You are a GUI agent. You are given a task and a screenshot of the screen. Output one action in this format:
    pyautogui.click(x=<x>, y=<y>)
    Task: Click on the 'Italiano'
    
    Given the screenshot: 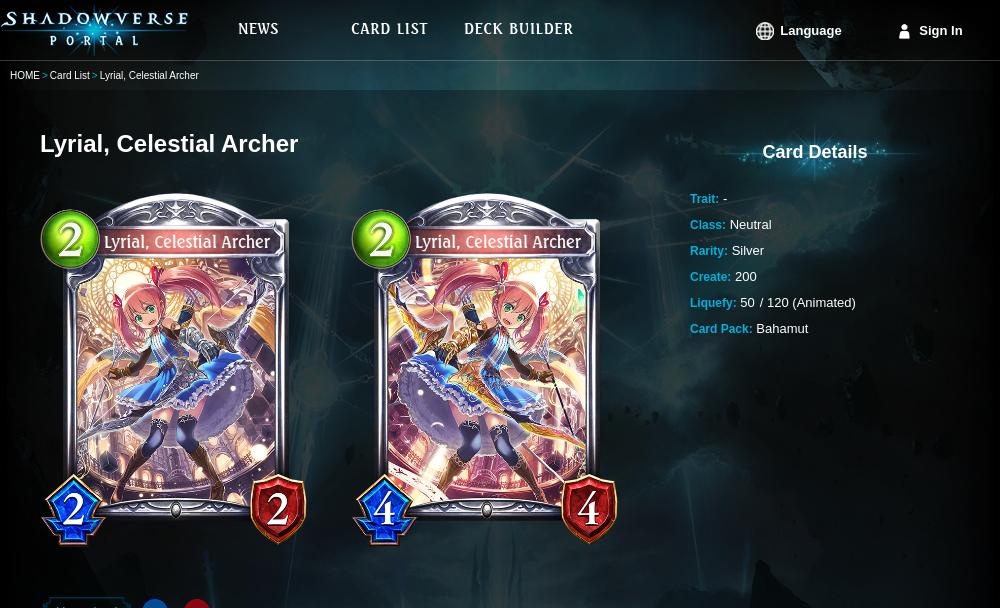 What is the action you would take?
    pyautogui.click(x=768, y=273)
    